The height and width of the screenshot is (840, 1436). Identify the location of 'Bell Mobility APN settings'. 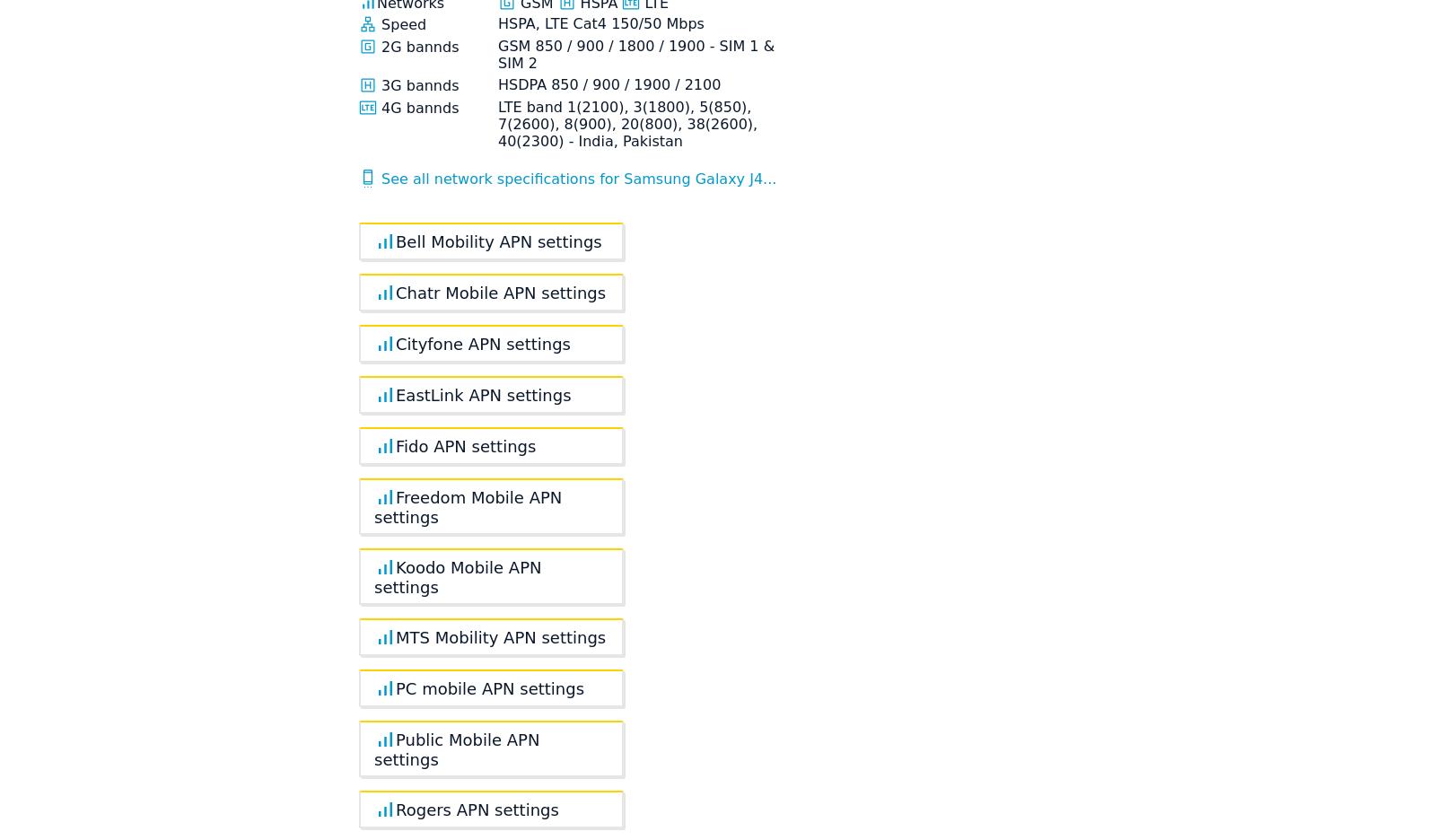
(497, 241).